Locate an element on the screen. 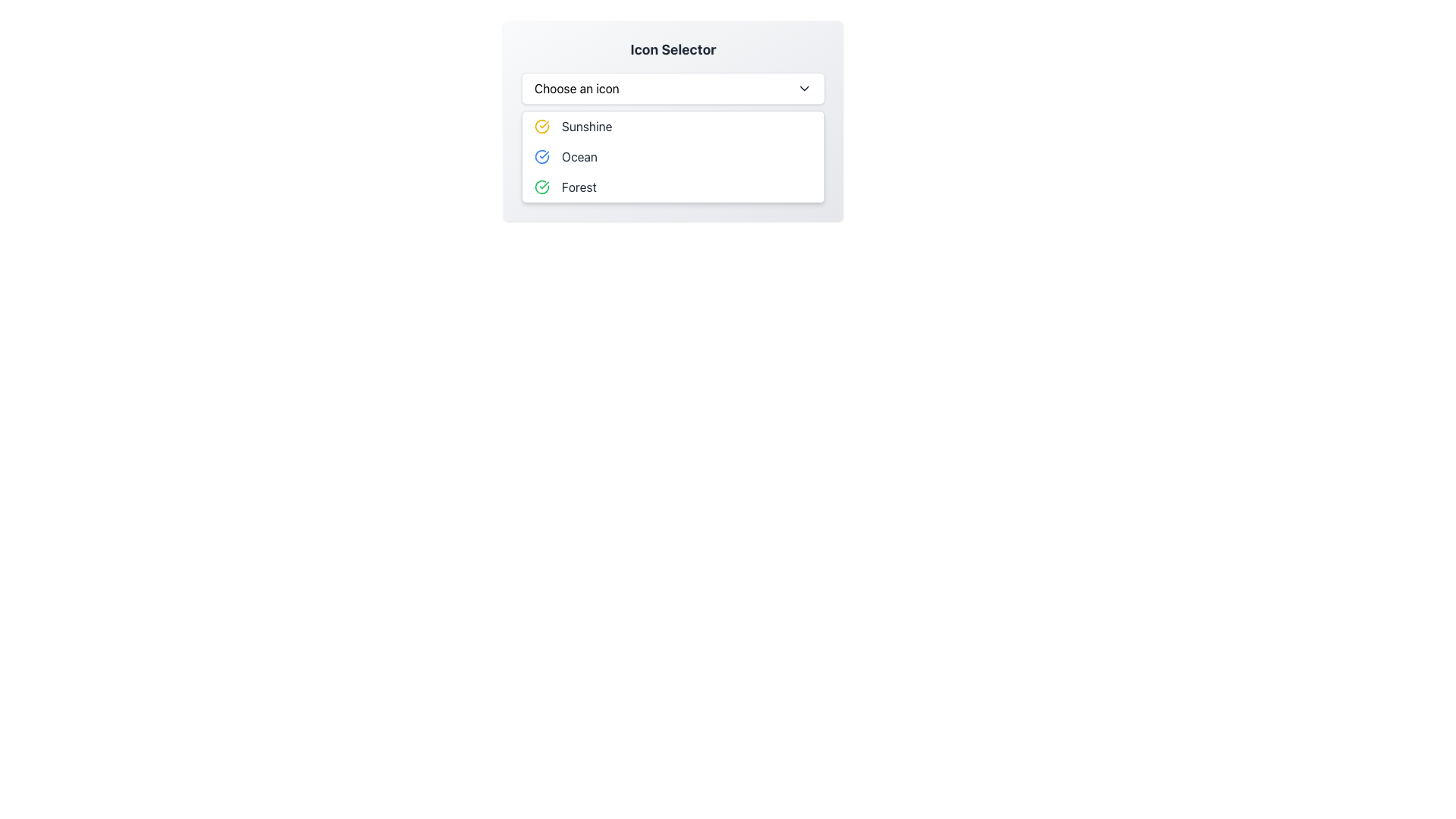 The height and width of the screenshot is (819, 1456). the list item labeled 'Ocean' is located at coordinates (673, 157).